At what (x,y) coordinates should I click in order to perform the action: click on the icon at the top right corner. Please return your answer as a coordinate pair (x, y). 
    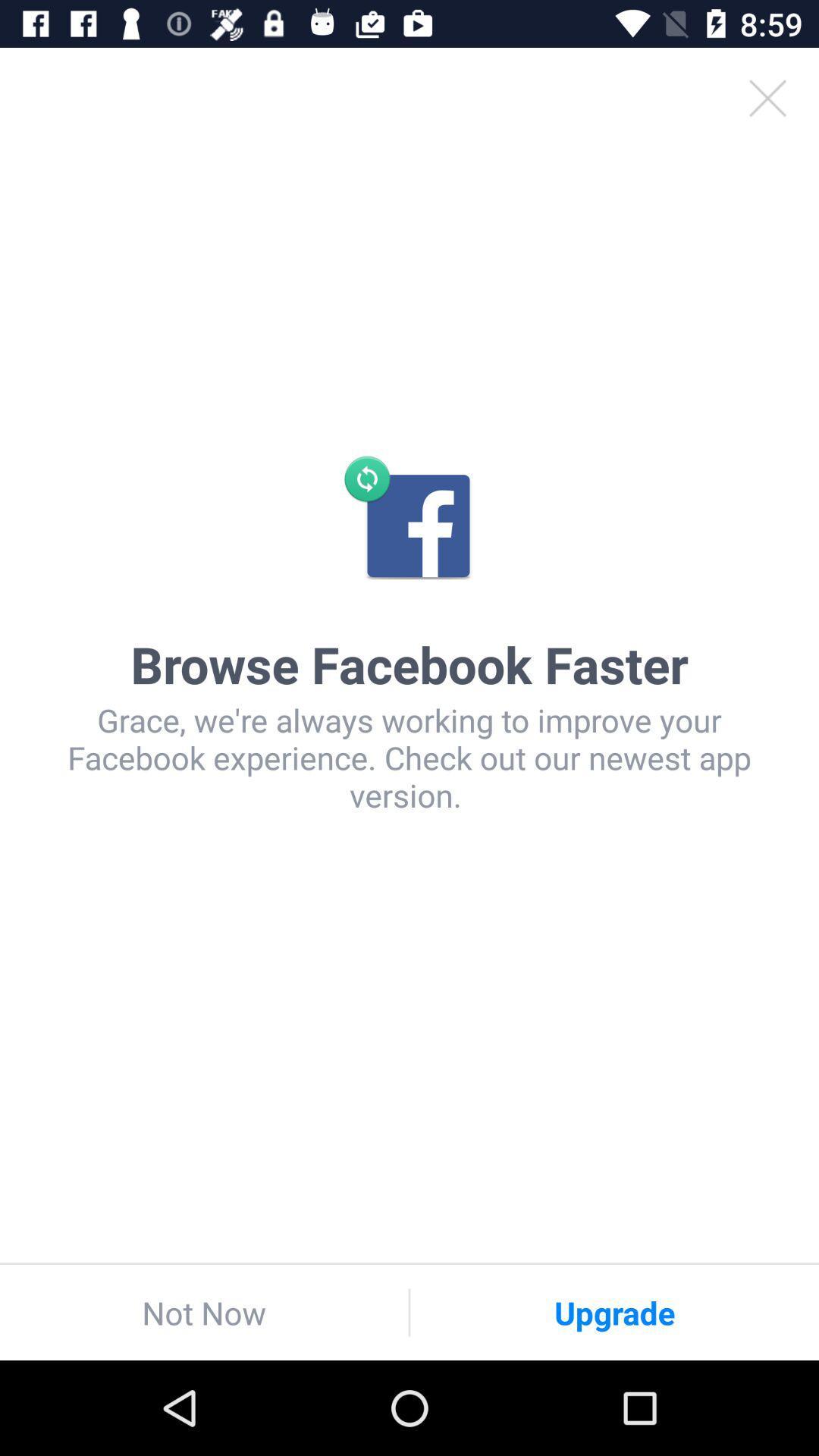
    Looking at the image, I should click on (767, 98).